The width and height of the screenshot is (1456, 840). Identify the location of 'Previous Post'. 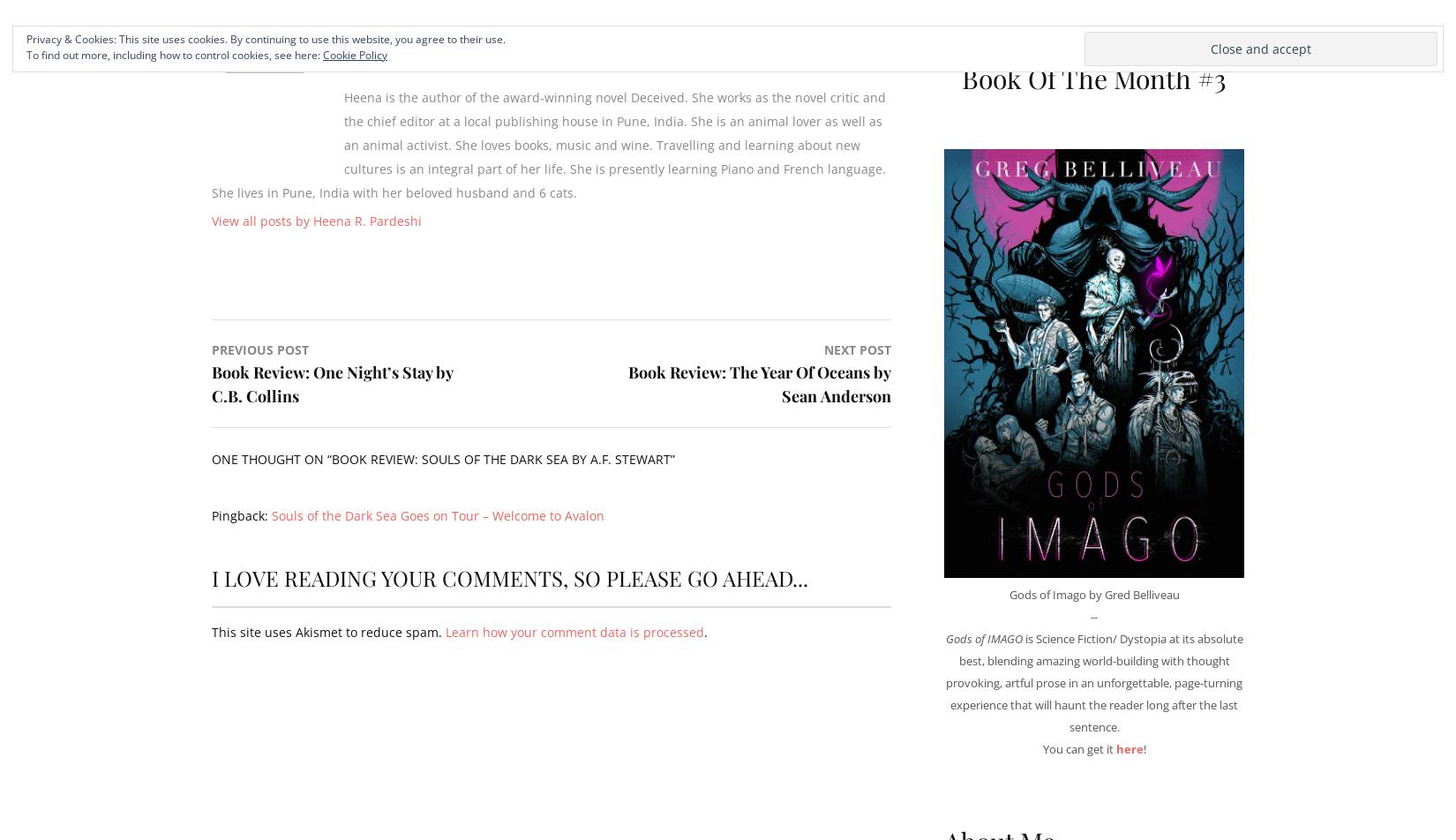
(260, 349).